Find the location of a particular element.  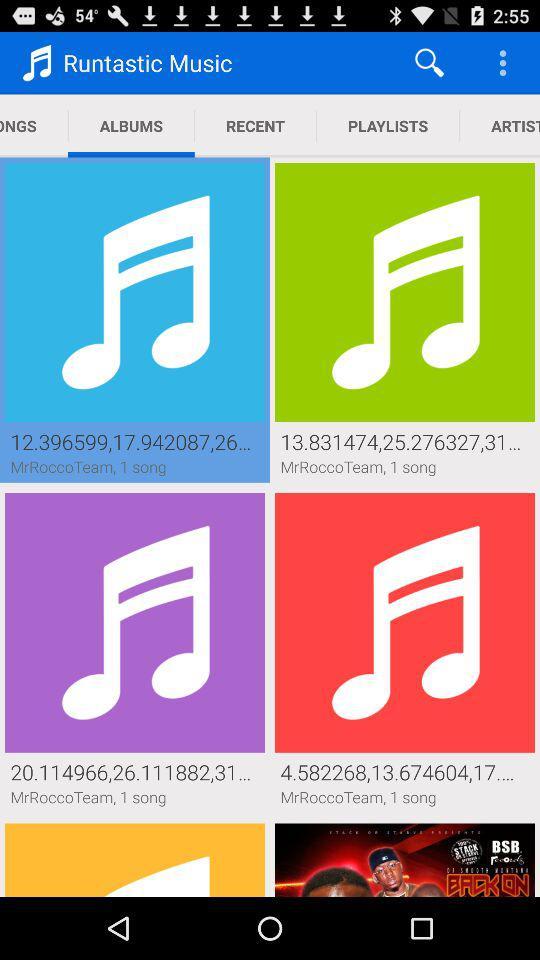

the app to the right of recent app is located at coordinates (428, 62).